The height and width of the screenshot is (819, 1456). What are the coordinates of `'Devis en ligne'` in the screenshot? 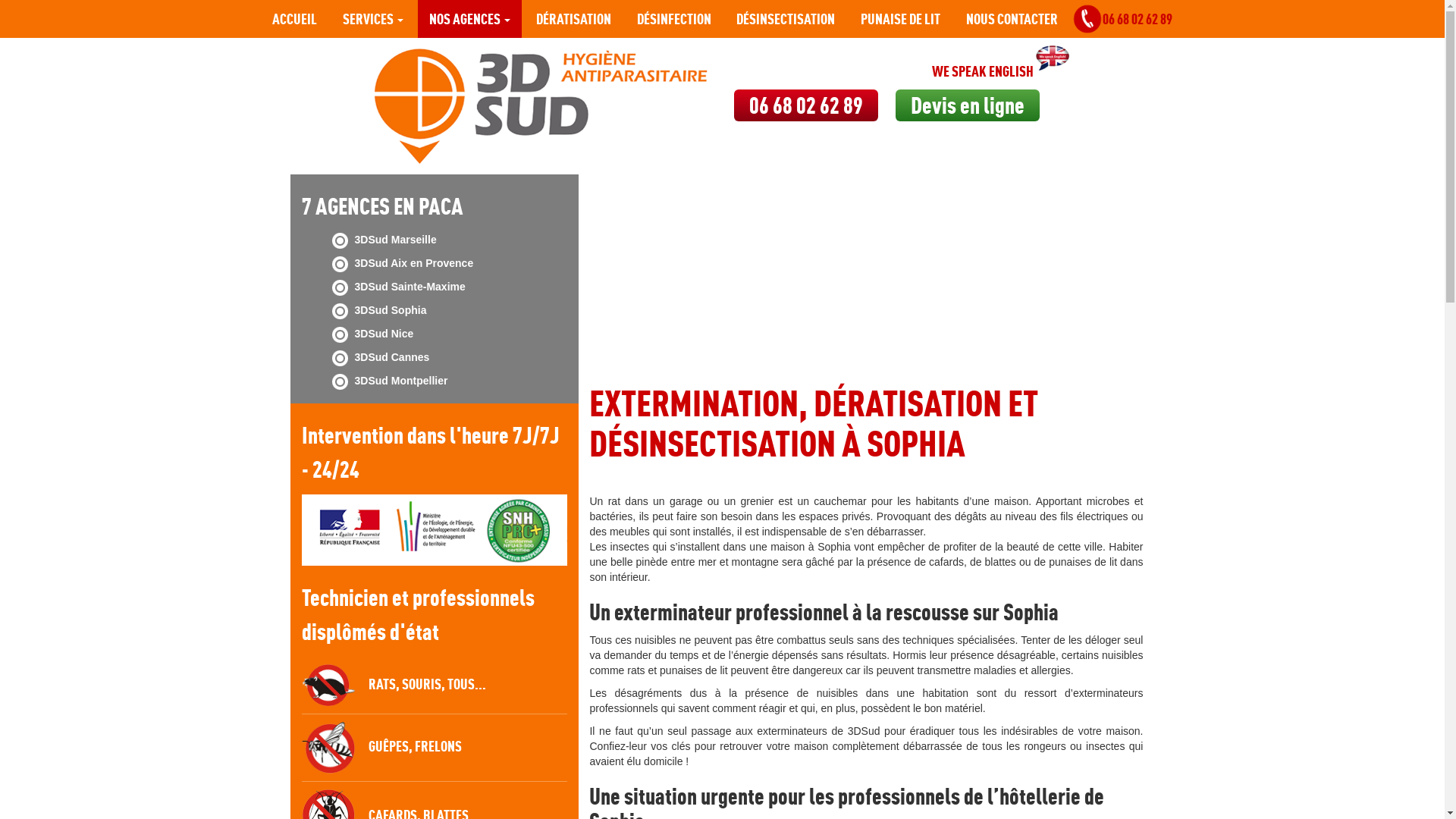 It's located at (967, 104).